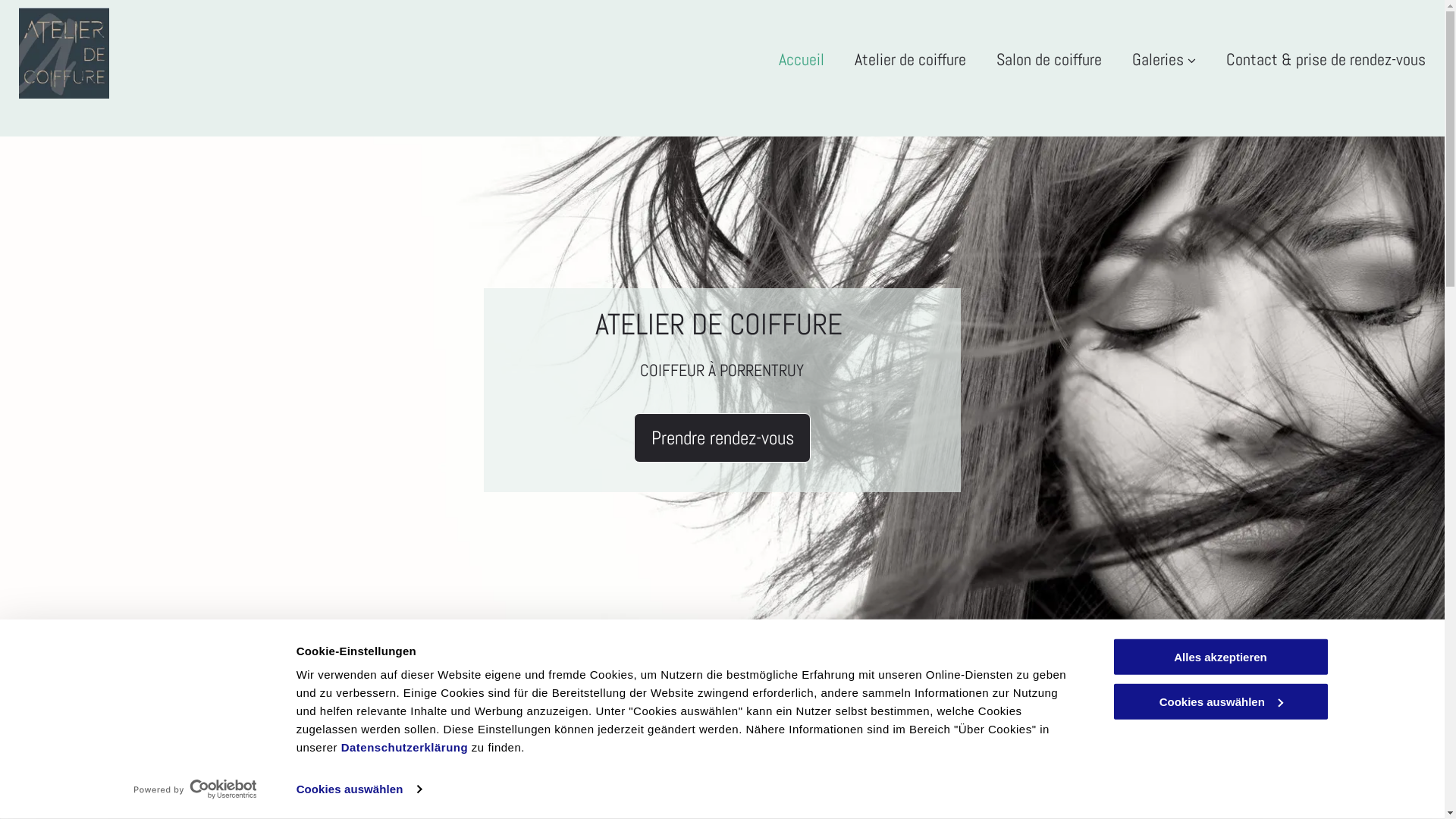  What do you see at coordinates (722, 438) in the screenshot?
I see `'Prendre rendez-vous'` at bounding box center [722, 438].